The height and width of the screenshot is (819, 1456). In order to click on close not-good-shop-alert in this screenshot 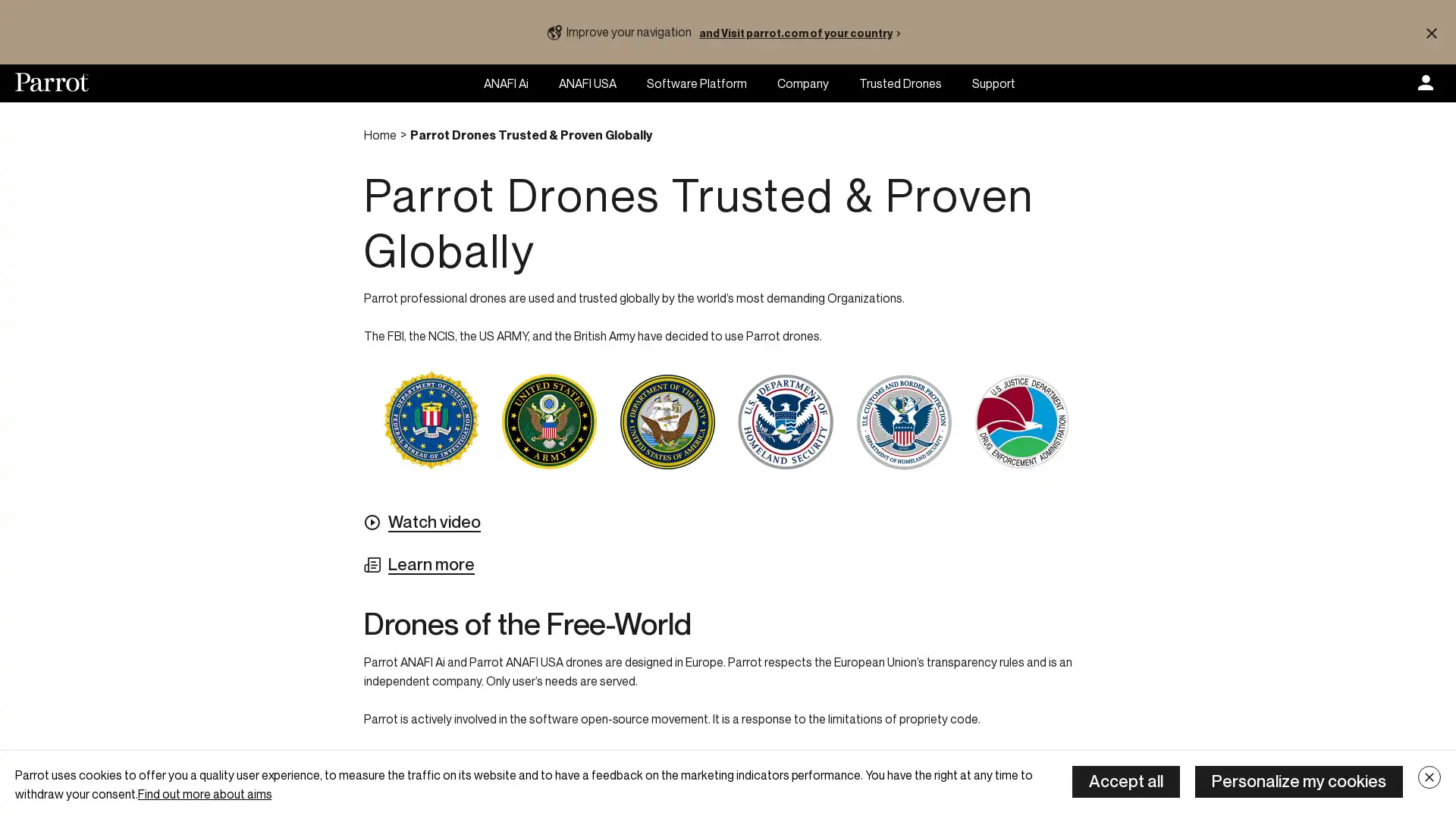, I will do `click(1430, 32)`.